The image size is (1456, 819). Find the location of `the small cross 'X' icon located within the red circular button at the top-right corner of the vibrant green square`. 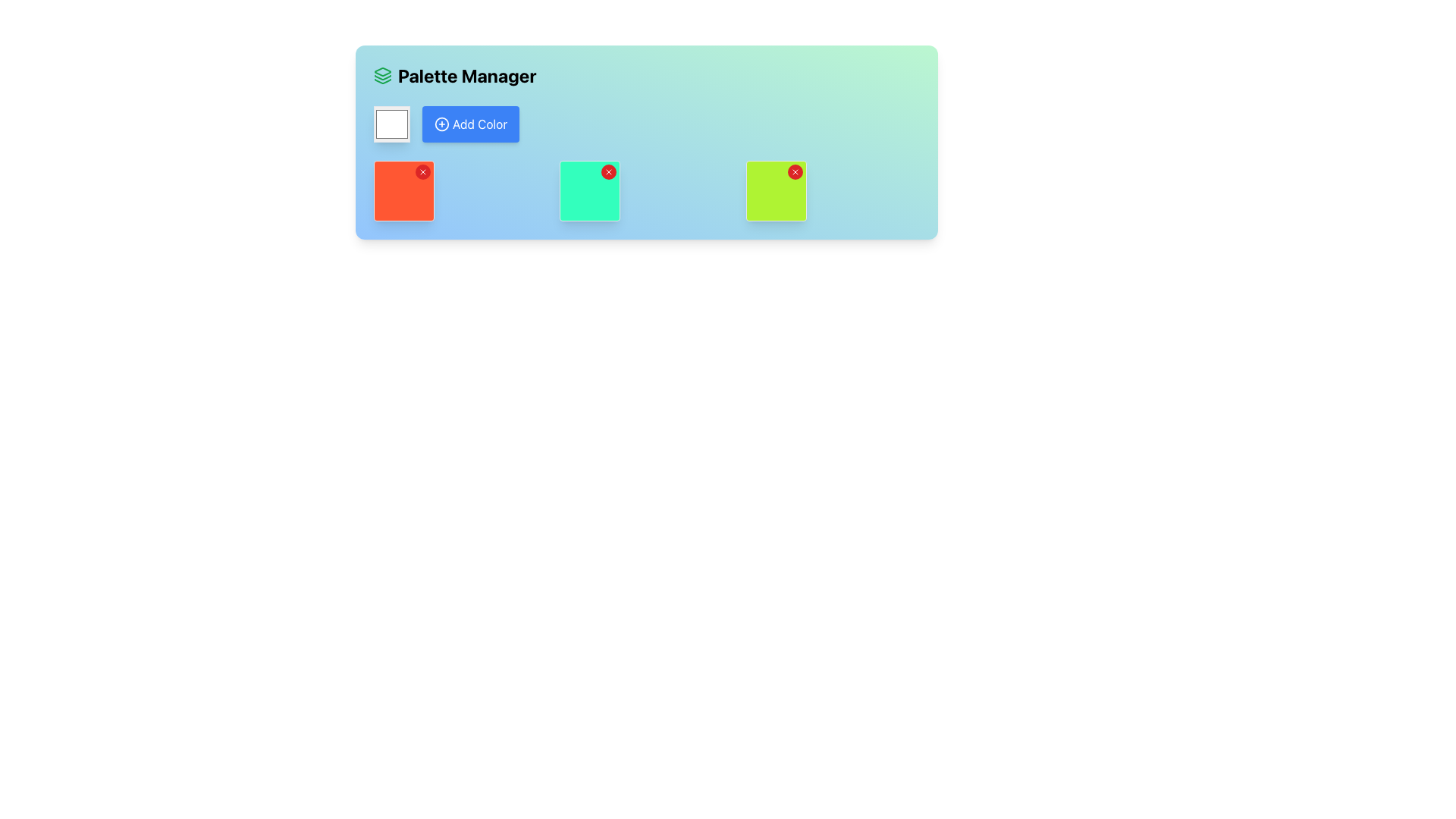

the small cross 'X' icon located within the red circular button at the top-right corner of the vibrant green square is located at coordinates (794, 171).